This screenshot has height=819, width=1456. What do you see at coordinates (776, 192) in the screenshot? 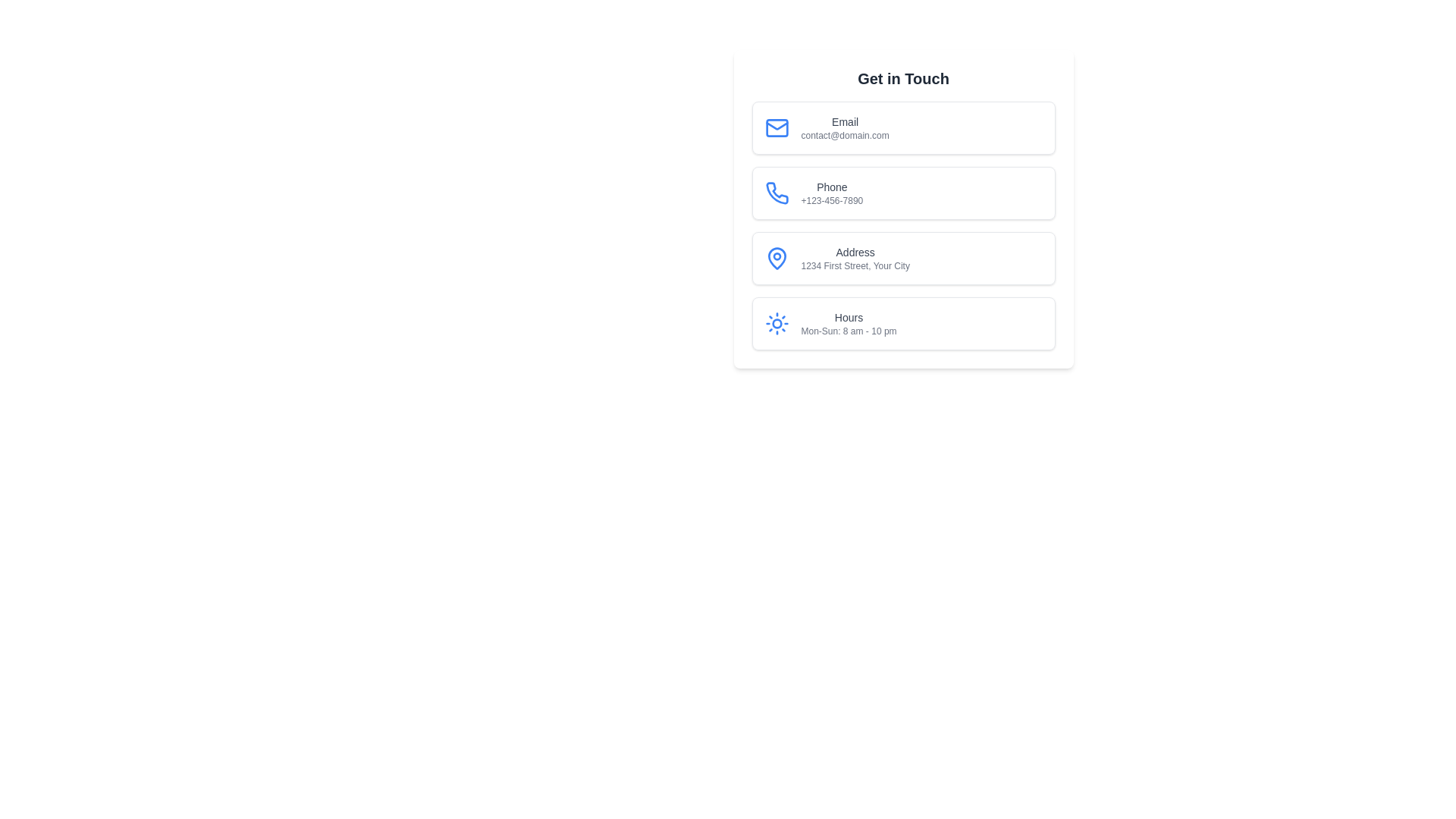
I see `the blue phone icon, which resembles a traditional telephone receiver, located in the 'Get in Touch' card, positioned between the 'Email' icon and the 'Address' icon` at bounding box center [776, 192].